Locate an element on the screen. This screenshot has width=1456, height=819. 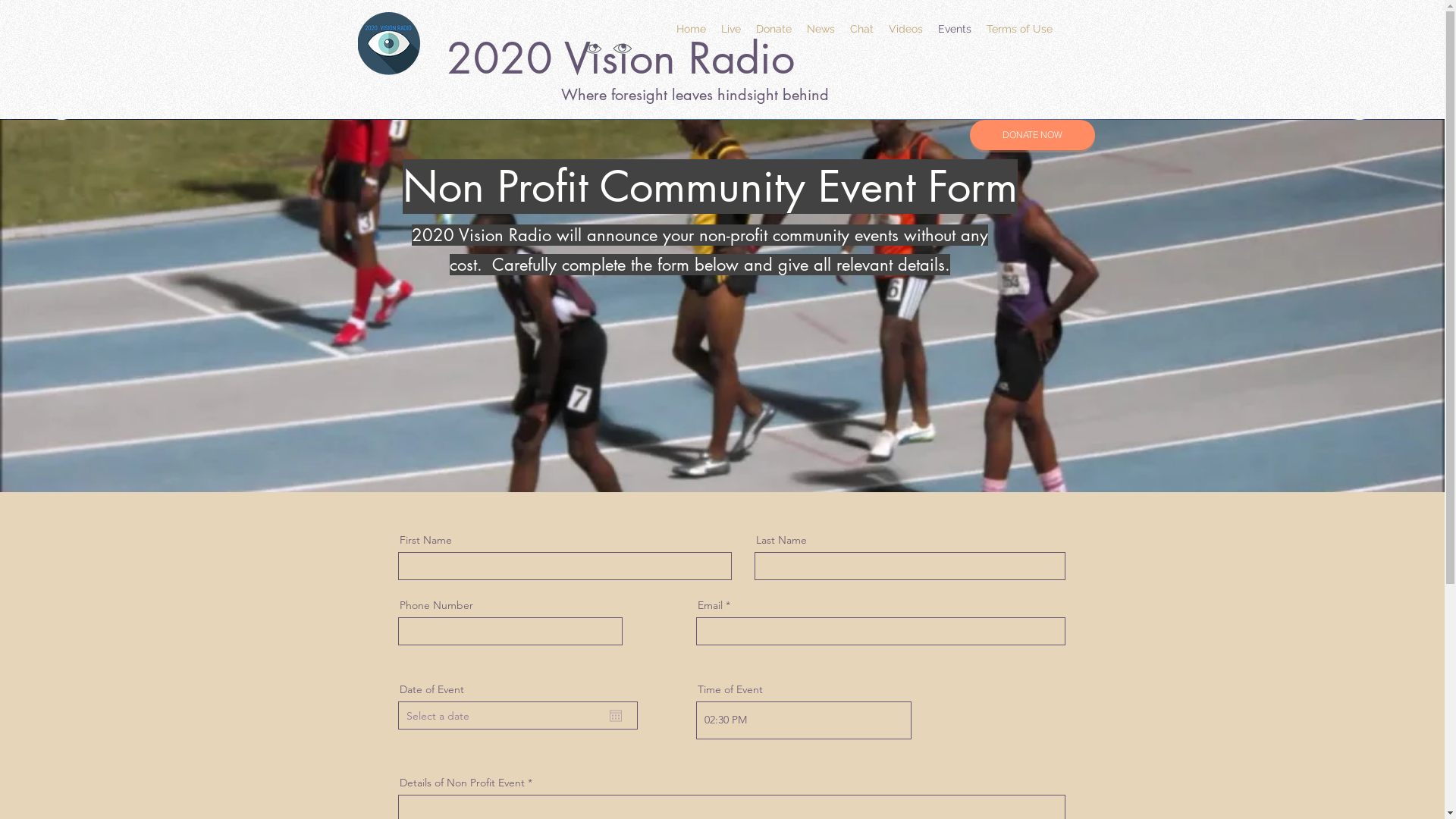
'Terms of Use' is located at coordinates (1018, 29).